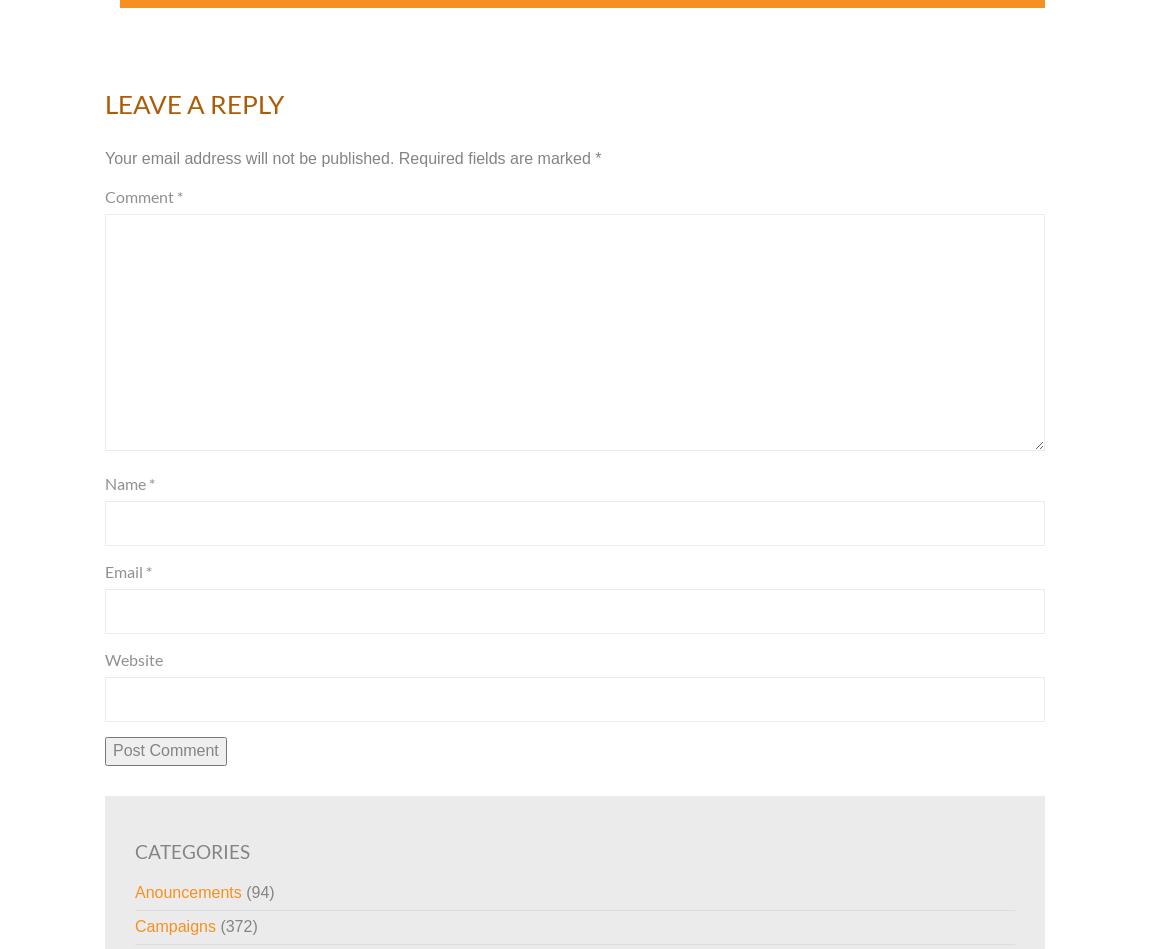  Describe the element at coordinates (256, 891) in the screenshot. I see `'(94)'` at that location.